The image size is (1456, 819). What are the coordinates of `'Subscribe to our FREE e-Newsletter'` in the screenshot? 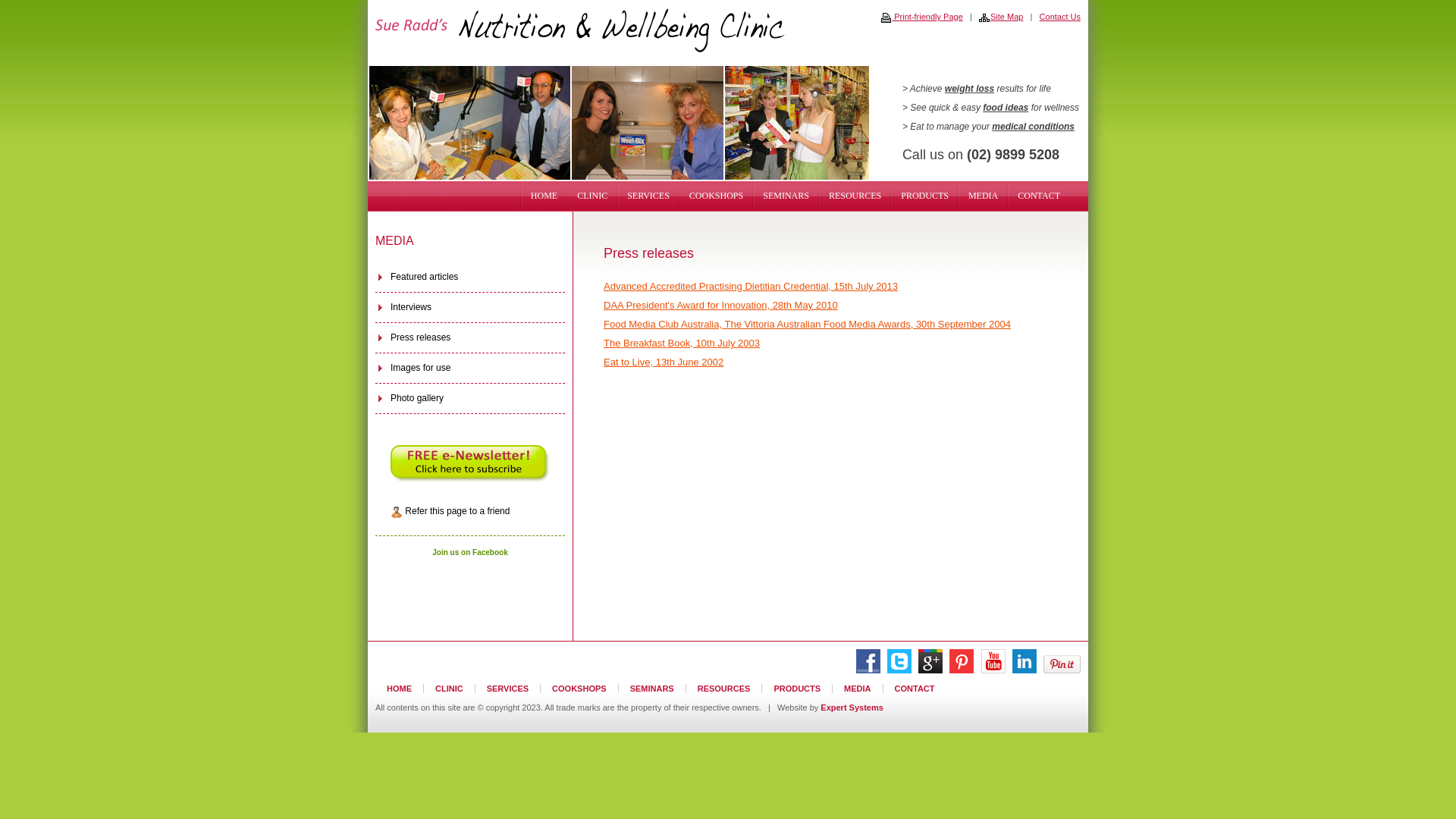 It's located at (469, 462).